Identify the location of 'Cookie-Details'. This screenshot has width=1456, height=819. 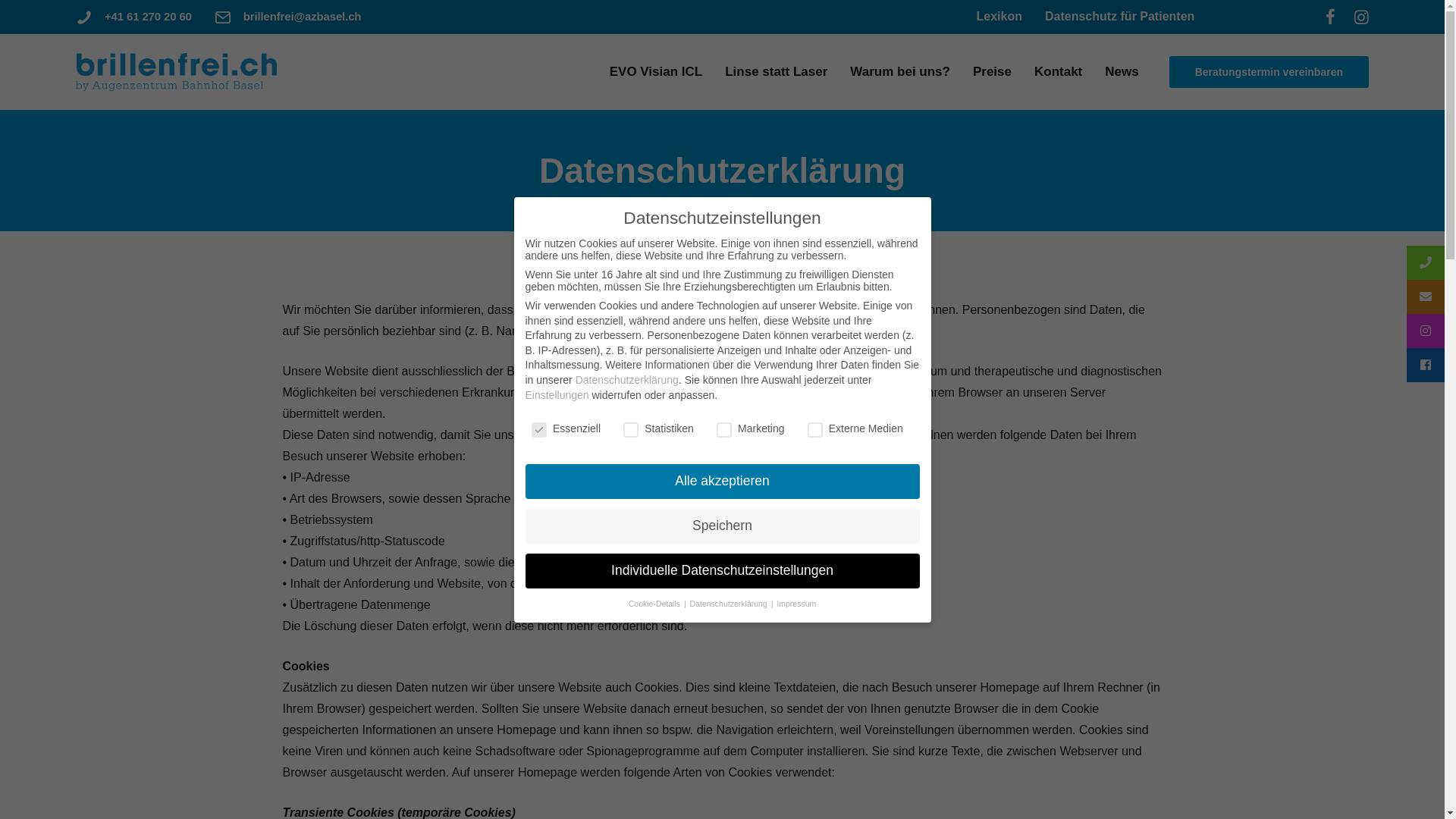
(655, 602).